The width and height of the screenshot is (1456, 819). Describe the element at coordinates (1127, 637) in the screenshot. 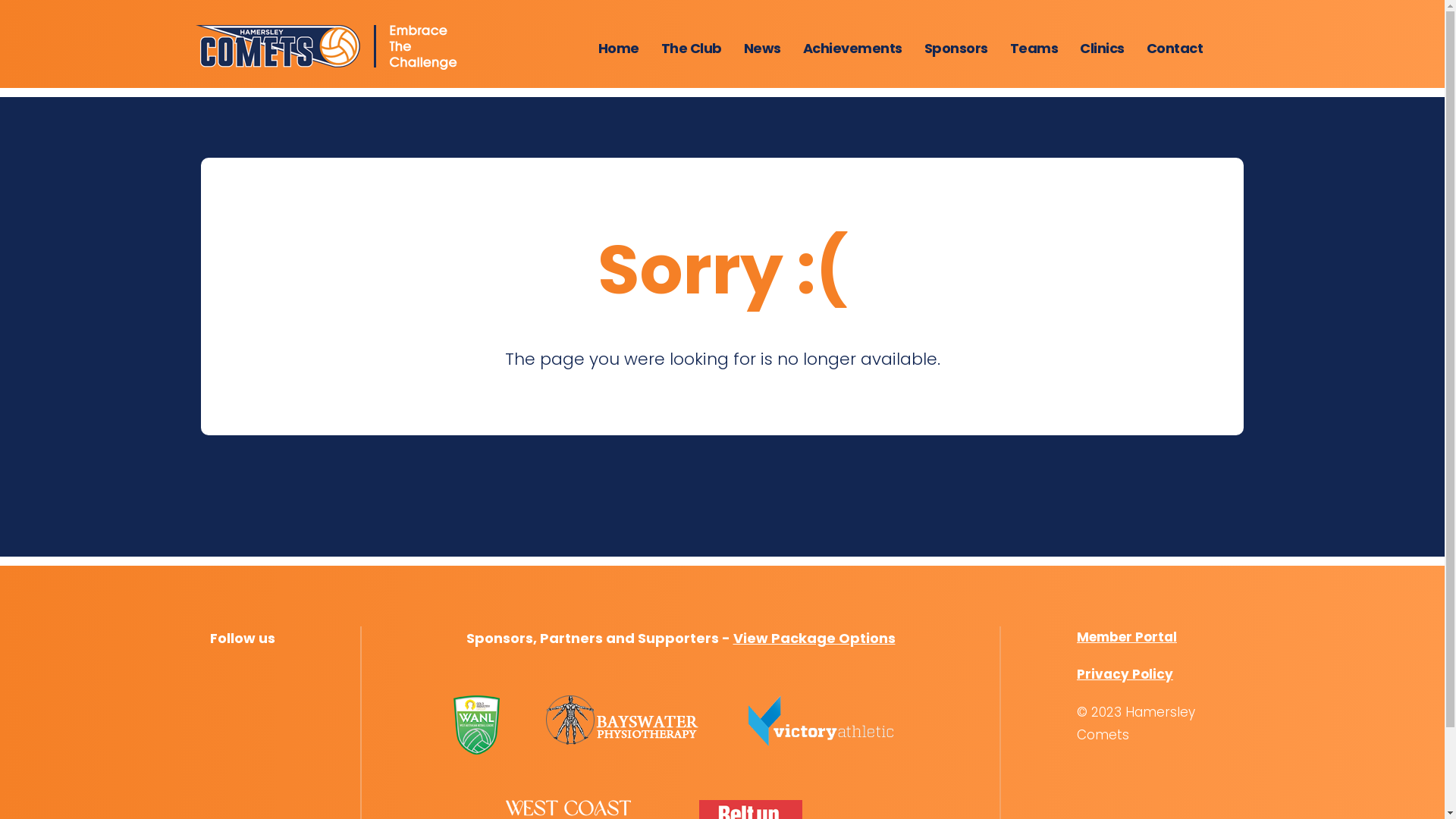

I see `'Member Portal'` at that location.